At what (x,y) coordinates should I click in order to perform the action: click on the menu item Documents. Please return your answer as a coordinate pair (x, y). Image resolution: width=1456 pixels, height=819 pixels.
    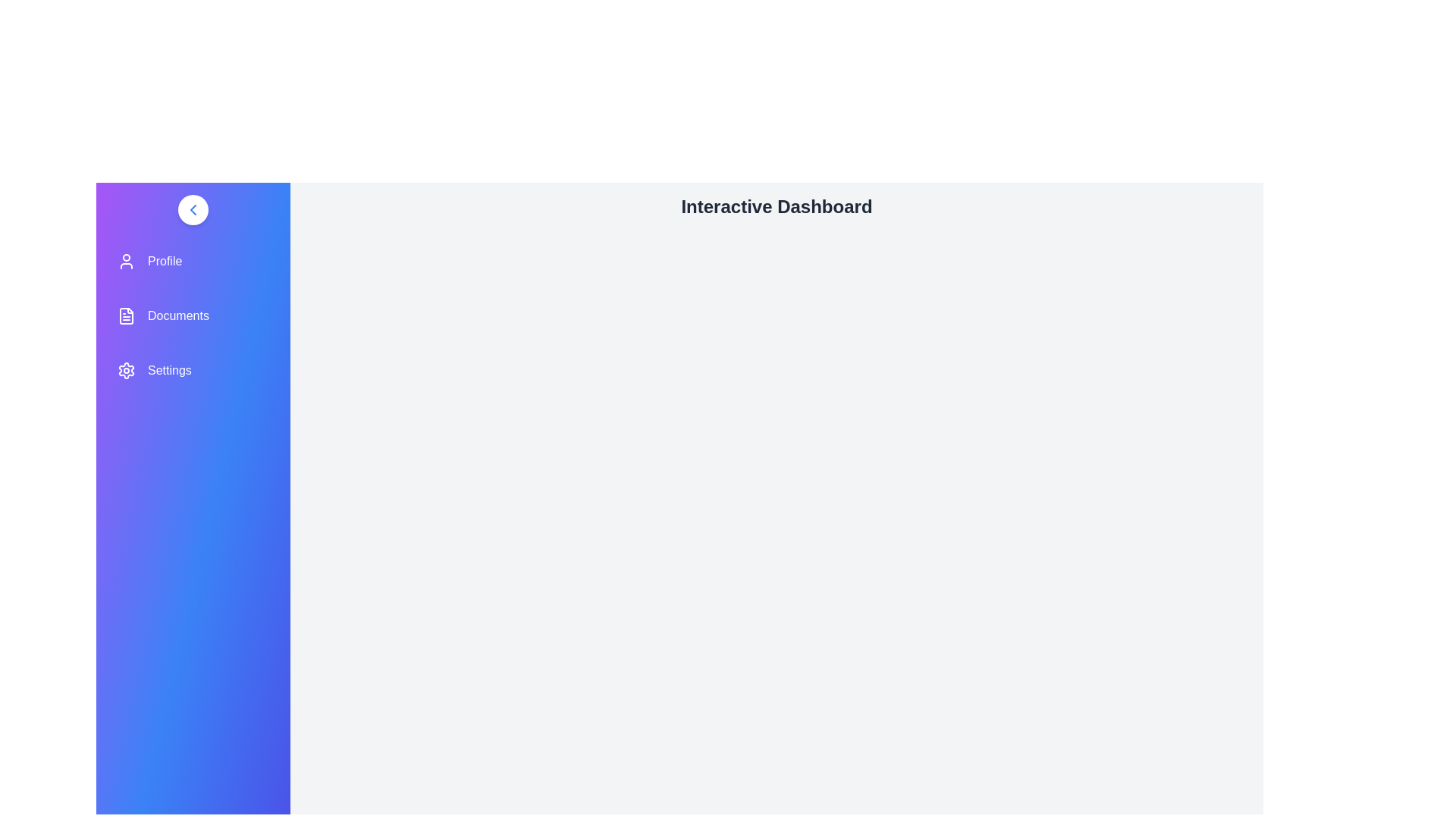
    Looking at the image, I should click on (192, 315).